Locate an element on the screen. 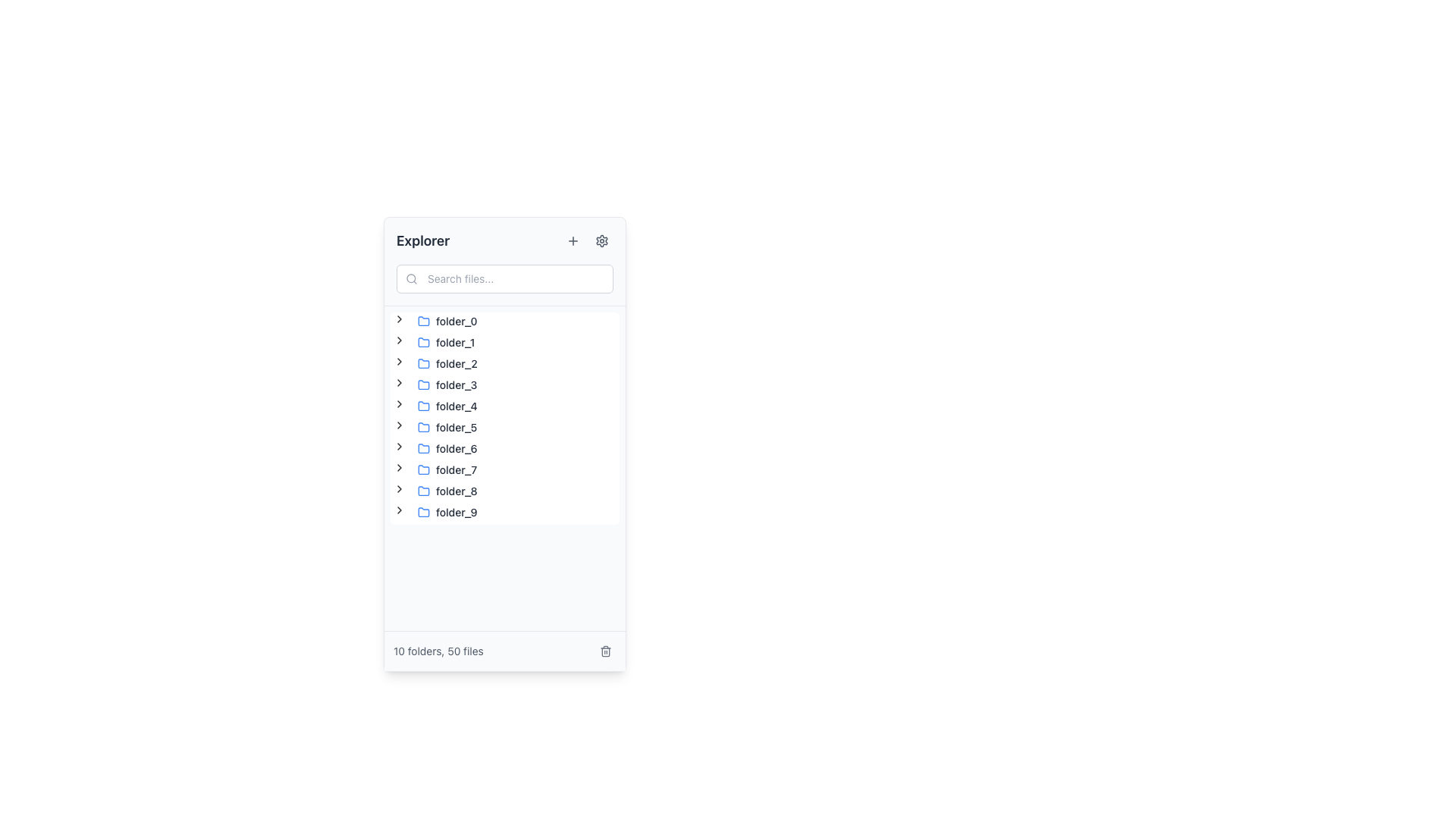 This screenshot has height=819, width=1456. the label for the folder named 'folder_8' is located at coordinates (456, 491).